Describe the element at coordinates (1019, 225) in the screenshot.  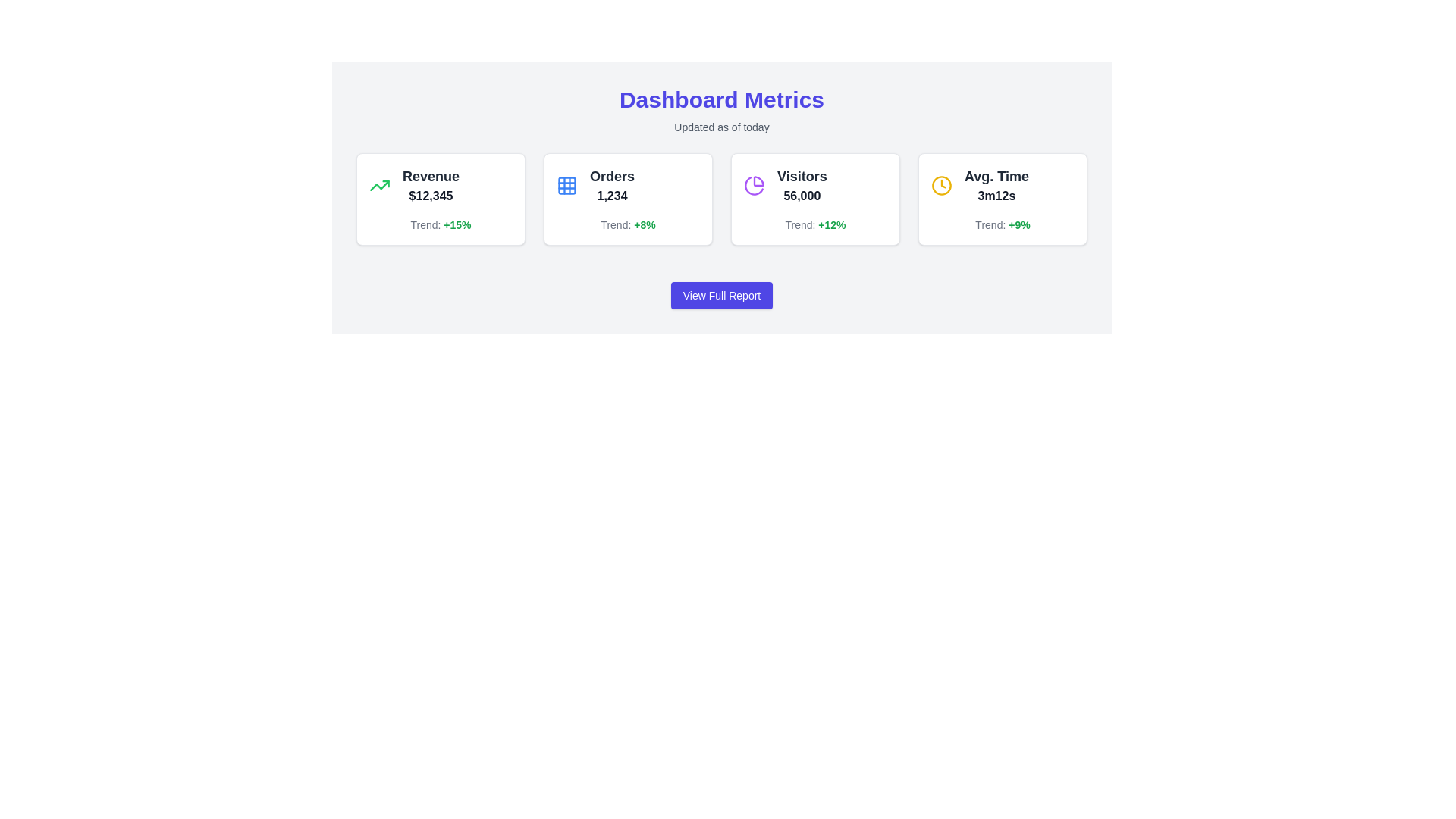
I see `the static text displaying '+9%' in a green, bold font, located to the right of the 'Trend:' label in the 'Avg. Time' data card` at that location.